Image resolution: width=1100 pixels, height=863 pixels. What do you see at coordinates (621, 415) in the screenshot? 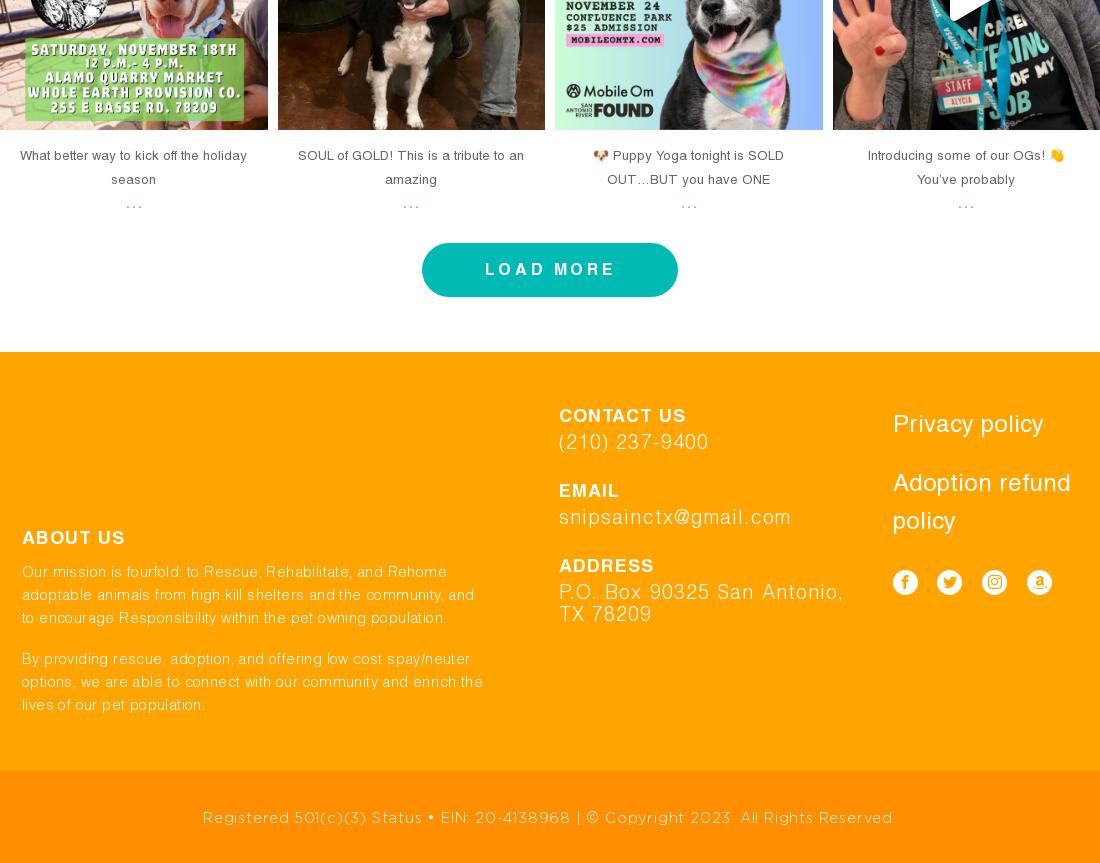
I see `'Contact us'` at bounding box center [621, 415].